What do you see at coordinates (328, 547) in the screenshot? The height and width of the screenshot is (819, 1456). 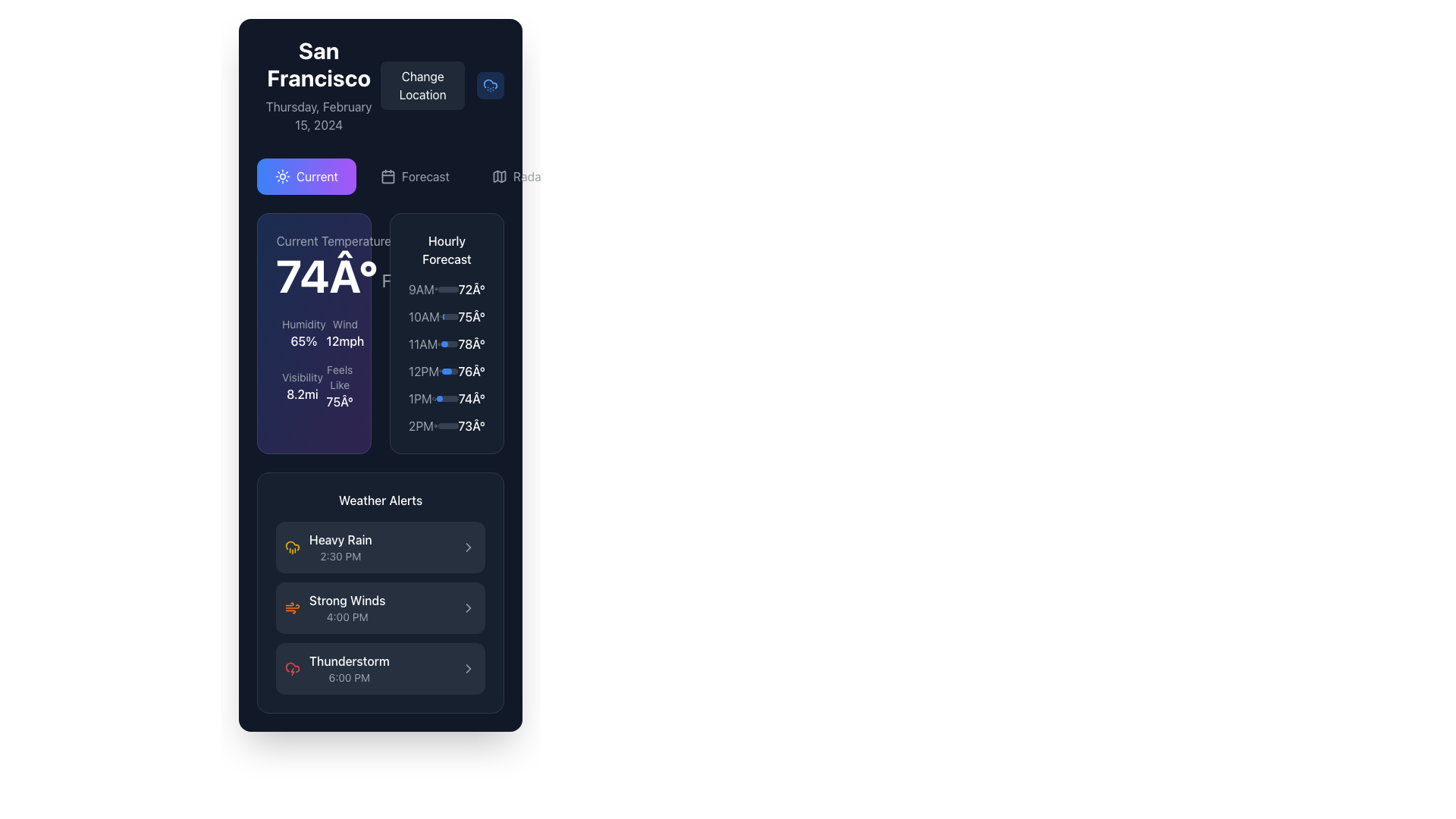 I see `information displayed in the Weather alert group, which includes a yellow cloud with rain icon and the text 'Heavy Rain' and '2:30 PM'` at bounding box center [328, 547].